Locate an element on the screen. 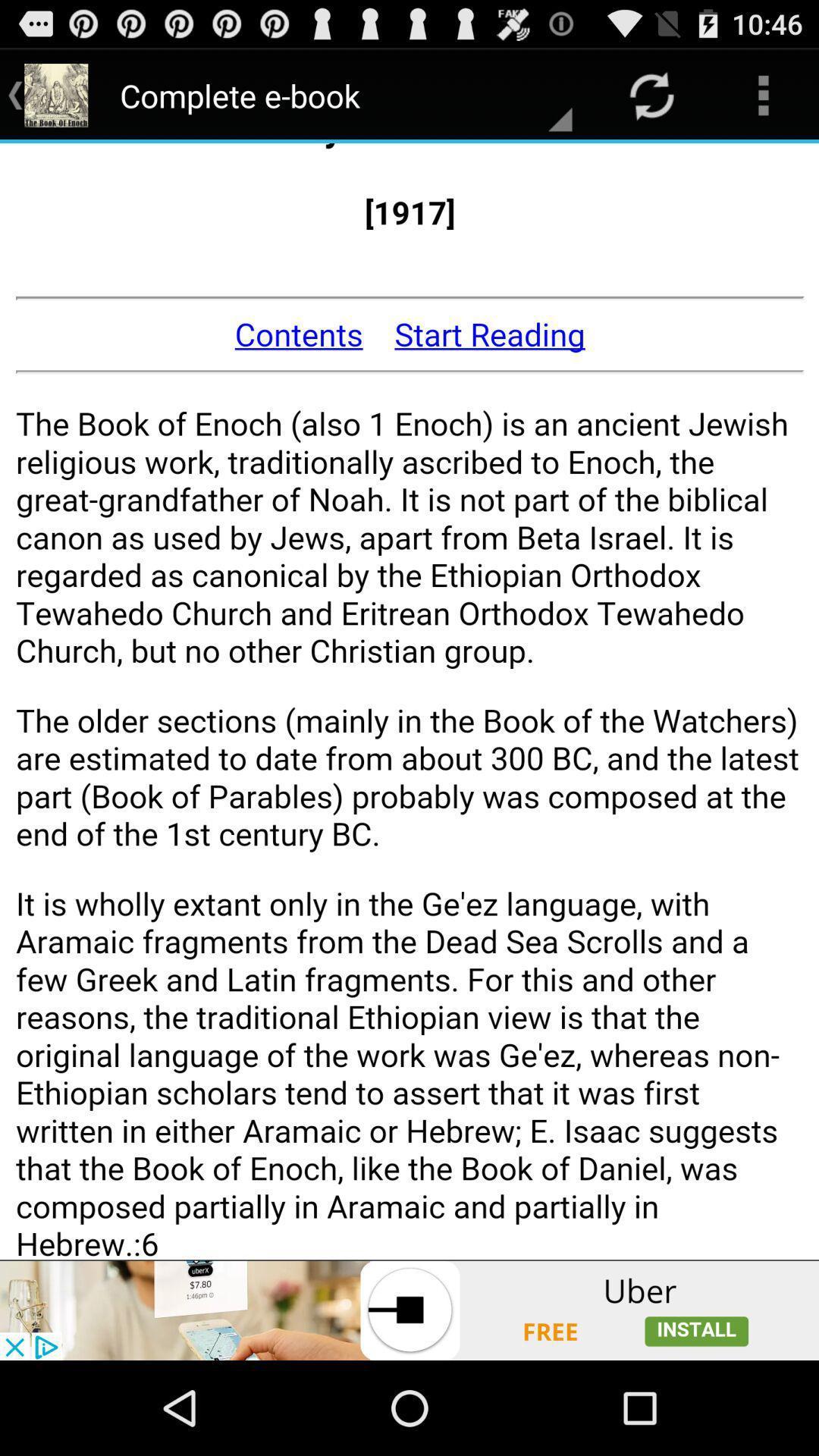 The image size is (819, 1456). open uber advertisement is located at coordinates (409, 1310).